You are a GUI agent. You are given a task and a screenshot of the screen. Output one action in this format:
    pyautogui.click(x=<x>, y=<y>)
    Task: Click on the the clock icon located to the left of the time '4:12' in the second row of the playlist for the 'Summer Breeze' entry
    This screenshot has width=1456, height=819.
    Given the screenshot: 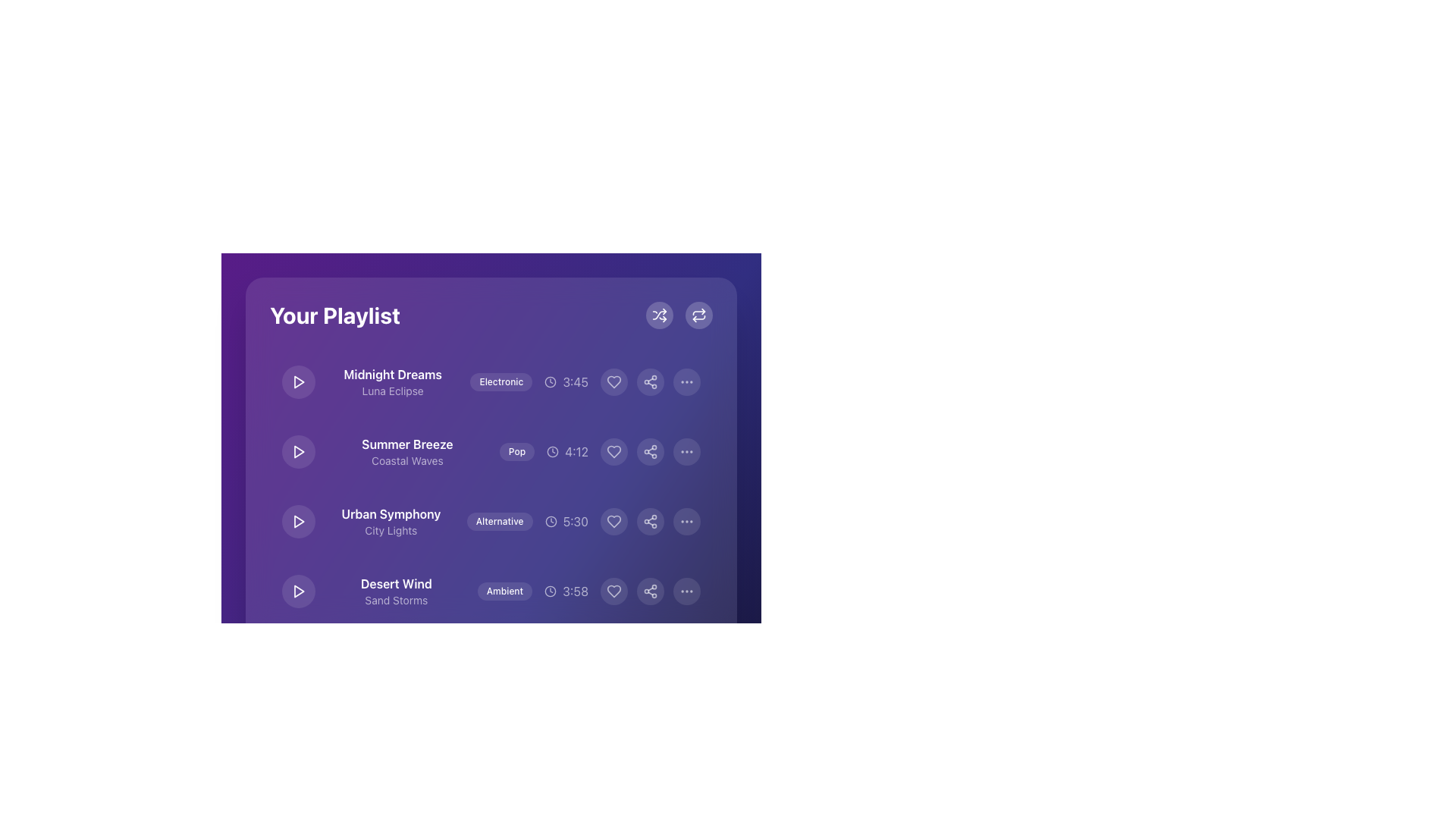 What is the action you would take?
    pyautogui.click(x=552, y=451)
    